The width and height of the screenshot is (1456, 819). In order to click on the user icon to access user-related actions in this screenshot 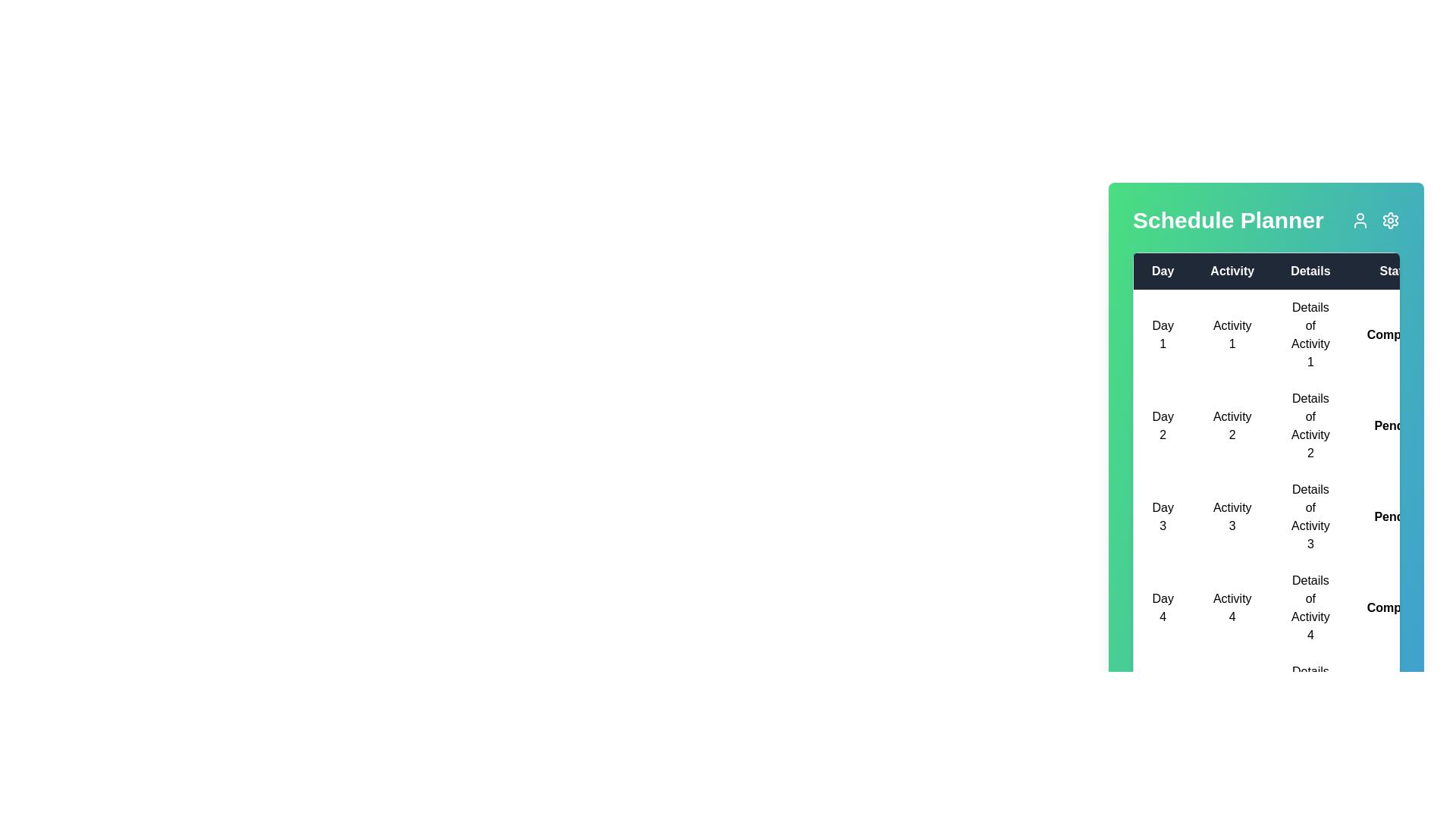, I will do `click(1360, 220)`.